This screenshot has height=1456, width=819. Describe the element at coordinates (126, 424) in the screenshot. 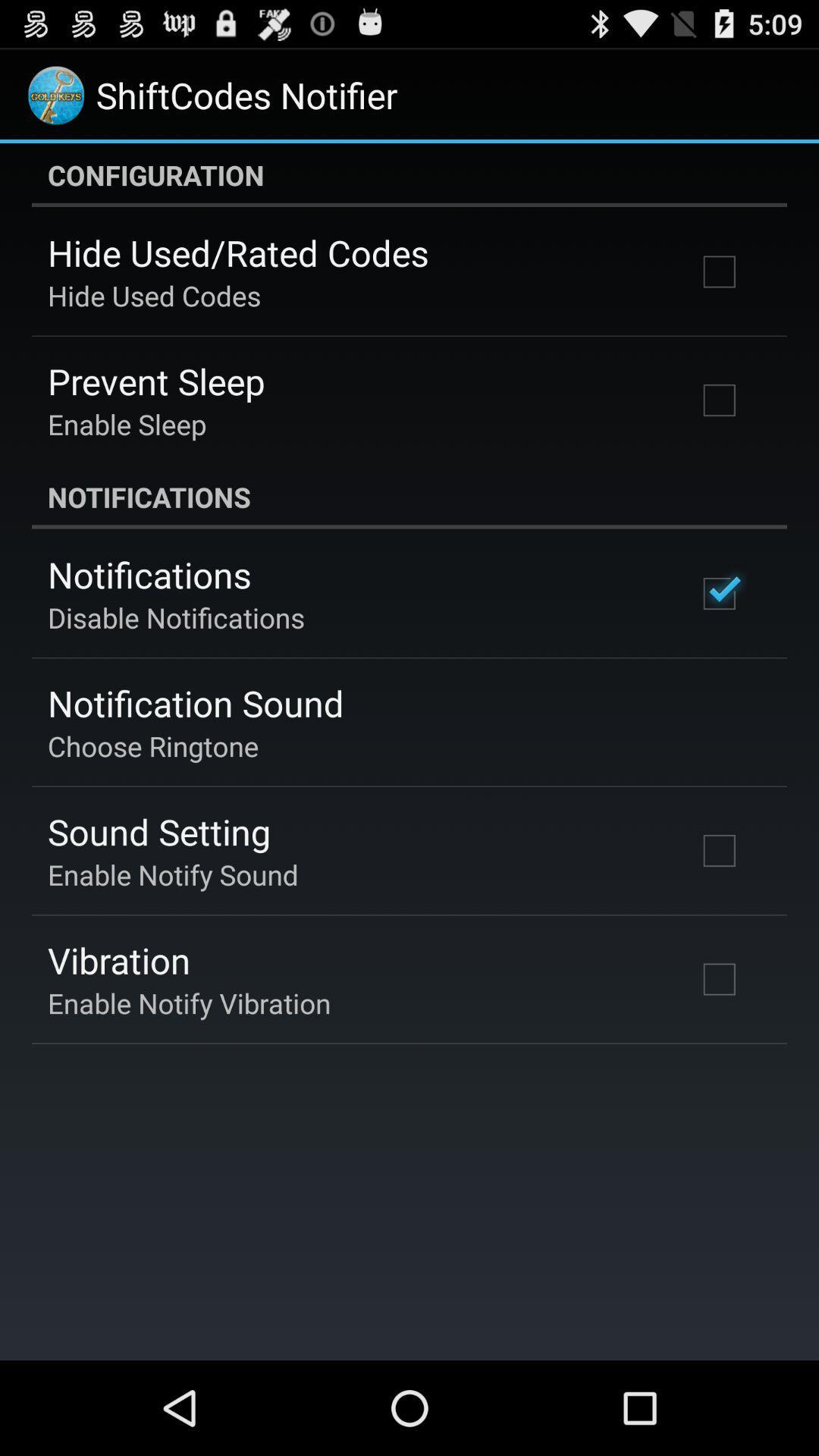

I see `item above the notifications icon` at that location.